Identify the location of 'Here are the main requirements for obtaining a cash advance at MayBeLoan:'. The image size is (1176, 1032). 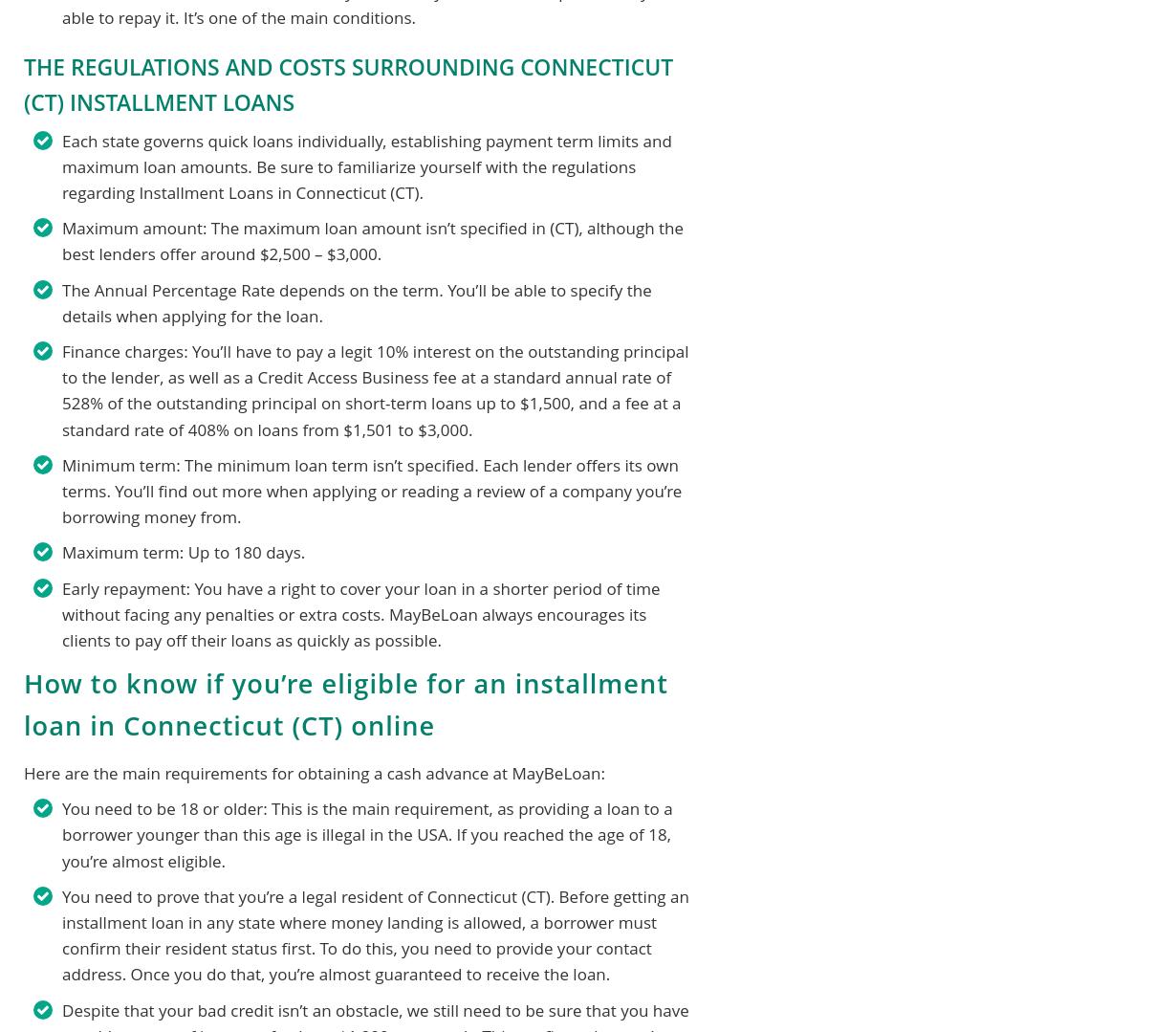
(23, 772).